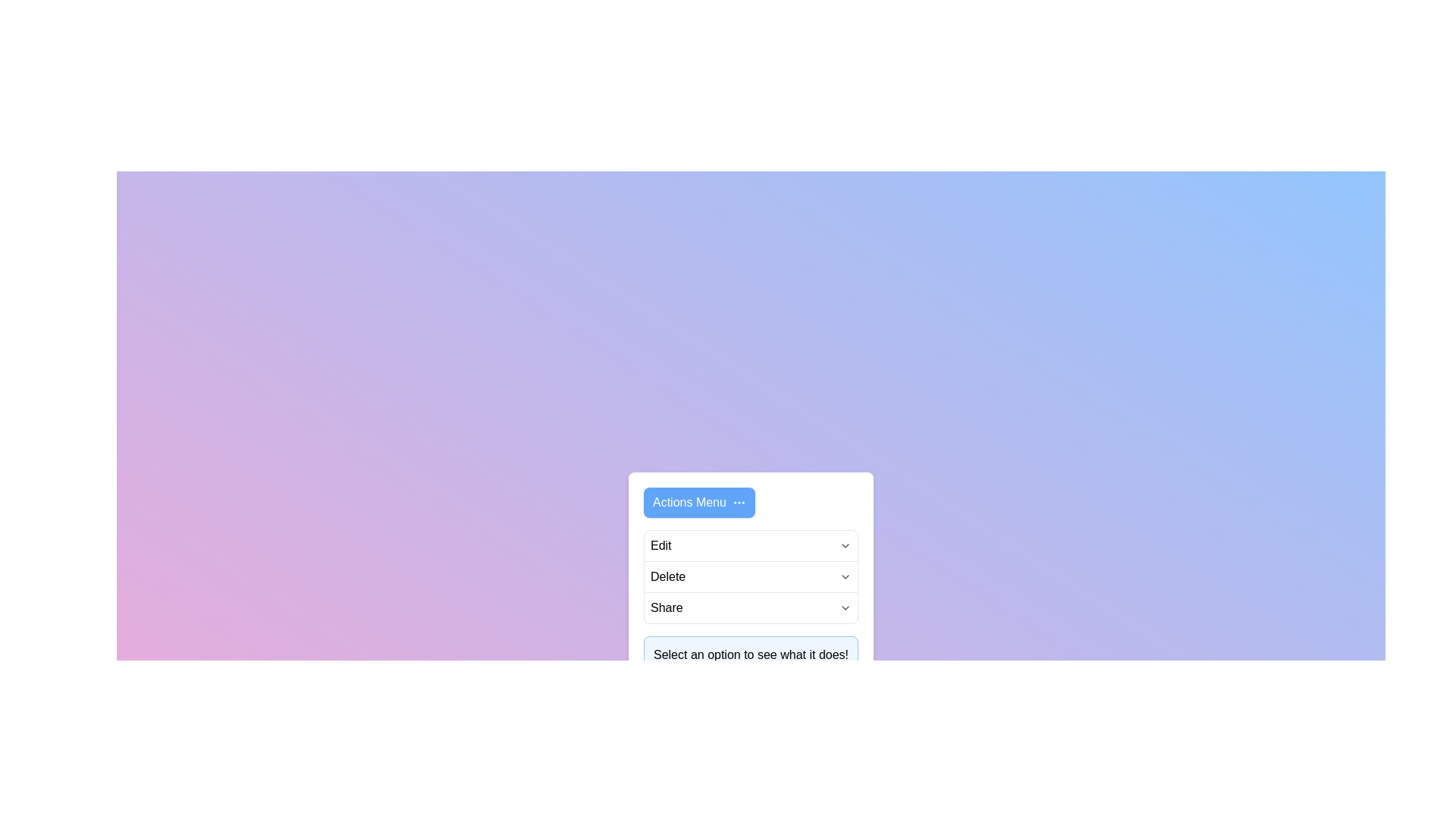 The width and height of the screenshot is (1456, 819). What do you see at coordinates (667, 576) in the screenshot?
I see `the menu item Delete to perform its action` at bounding box center [667, 576].